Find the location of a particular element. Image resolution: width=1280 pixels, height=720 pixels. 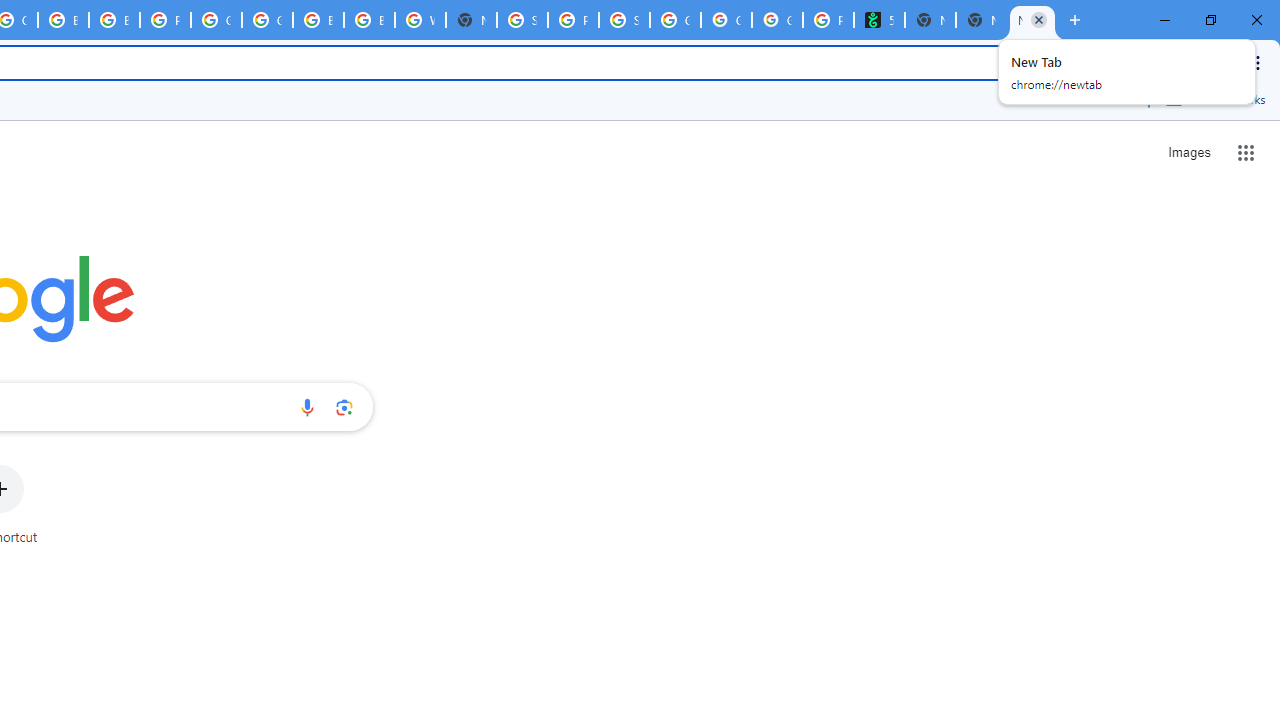

'Browse Chrome as a guest - Computer - Google Chrome Help' is located at coordinates (369, 20).